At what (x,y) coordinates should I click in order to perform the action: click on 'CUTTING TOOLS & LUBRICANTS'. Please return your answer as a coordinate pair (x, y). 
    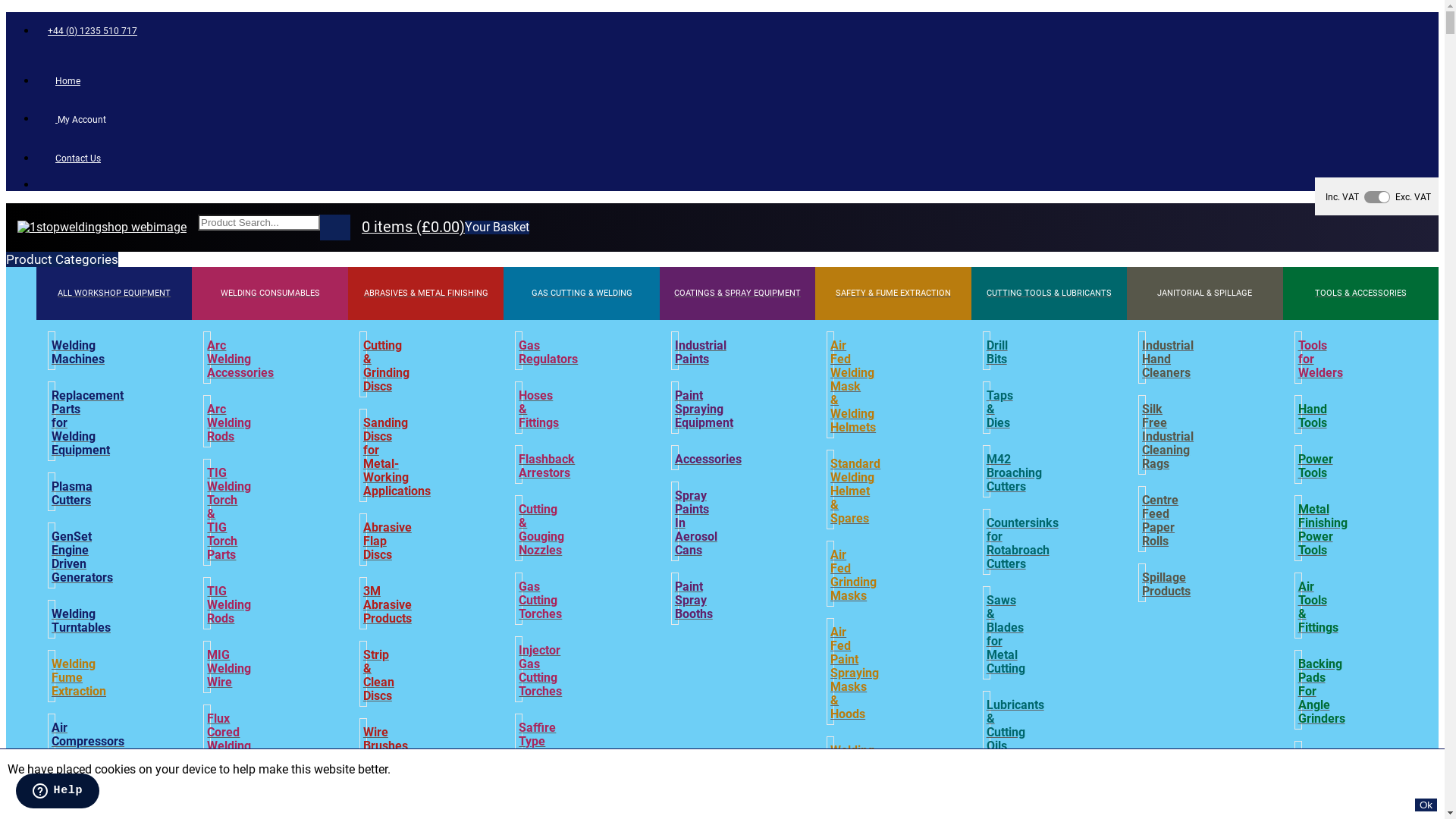
    Looking at the image, I should click on (1048, 293).